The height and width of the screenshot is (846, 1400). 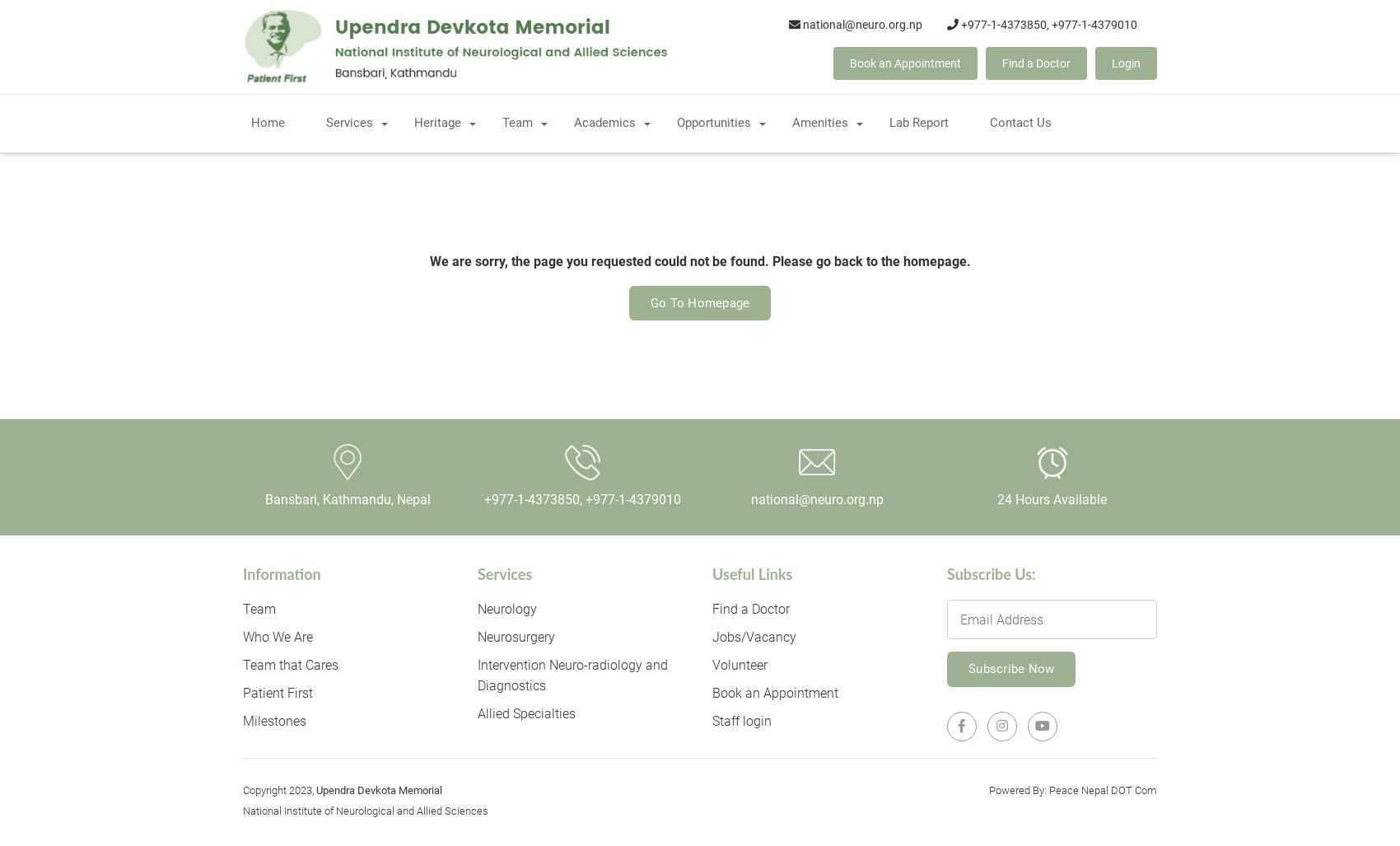 I want to click on '24 Hours Available', so click(x=1052, y=499).